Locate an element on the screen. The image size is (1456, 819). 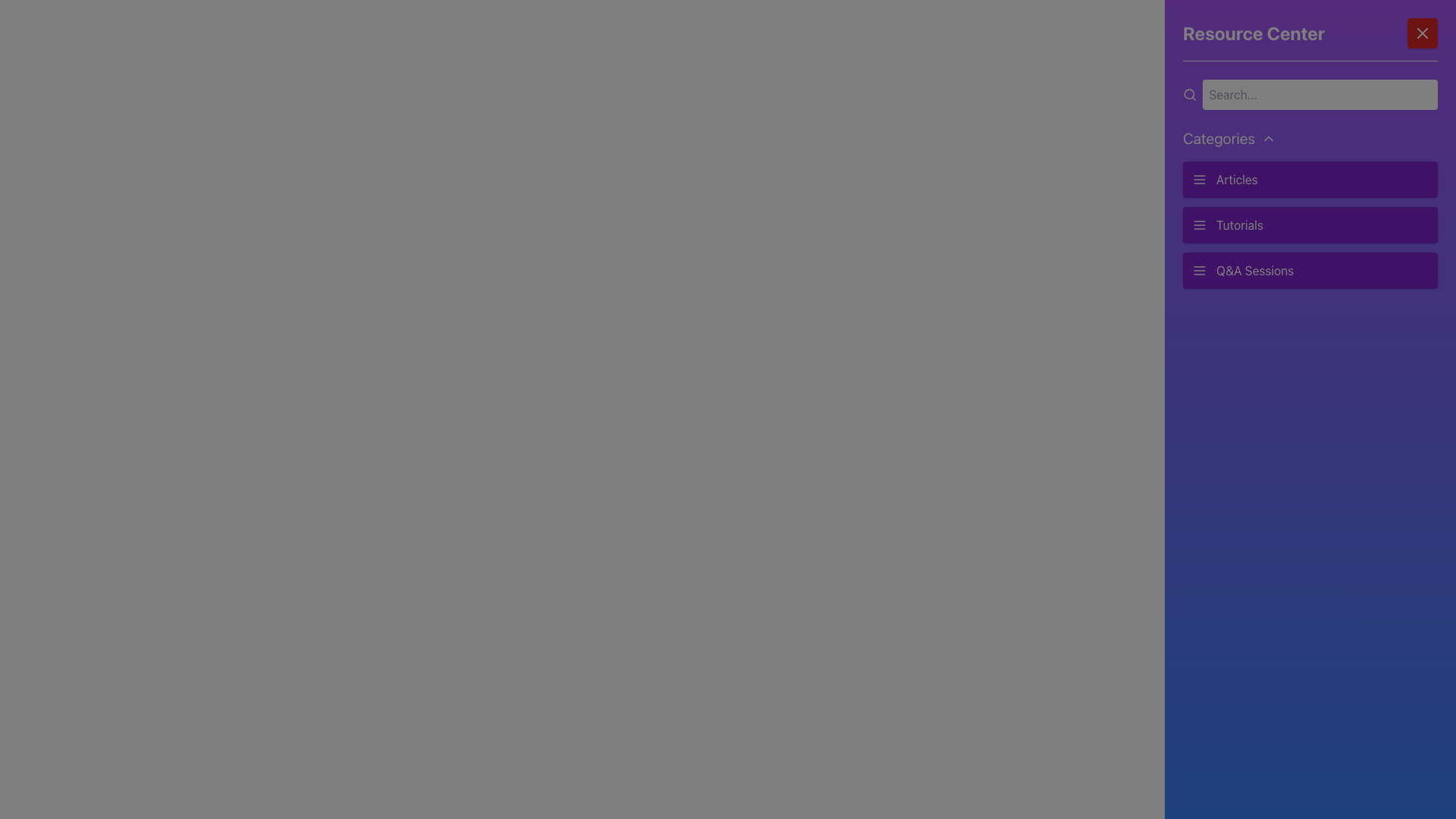
the toggle button located at the top-middle of the panel, directly beneath the search bar, to expand or collapse related subcategories is located at coordinates (1229, 138).